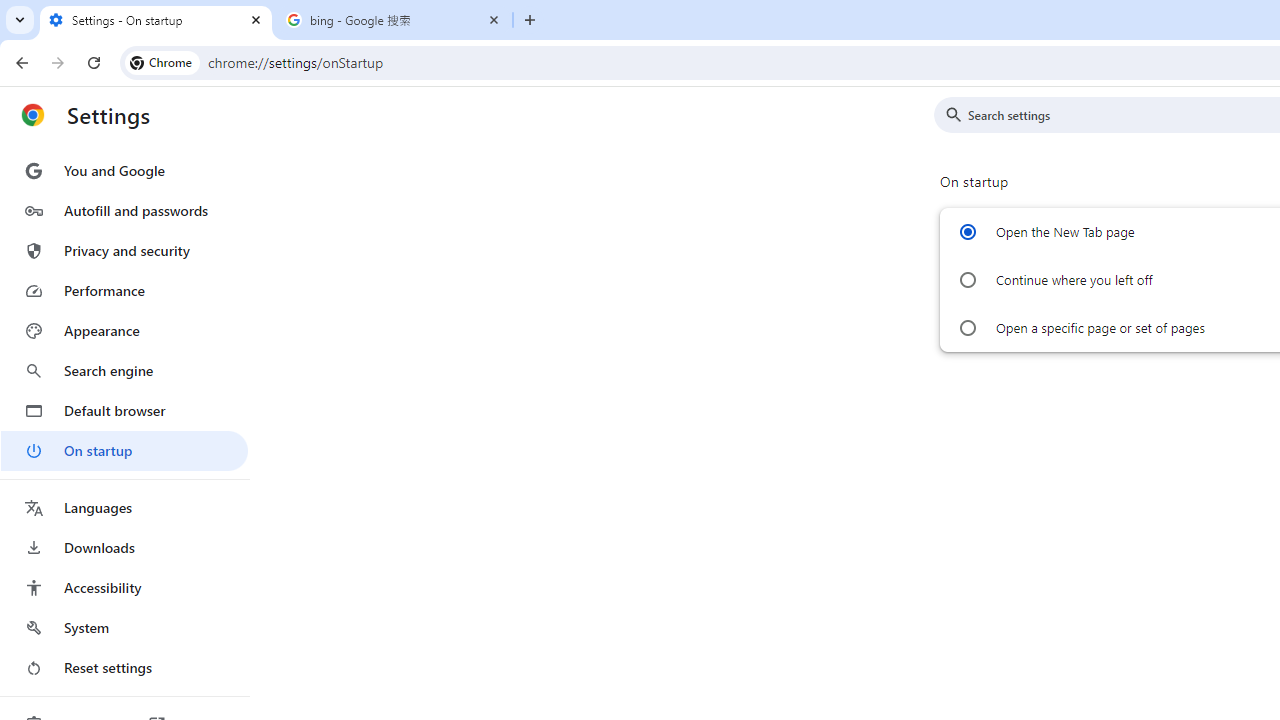 Image resolution: width=1280 pixels, height=720 pixels. Describe the element at coordinates (155, 20) in the screenshot. I see `'Settings - On startup'` at that location.